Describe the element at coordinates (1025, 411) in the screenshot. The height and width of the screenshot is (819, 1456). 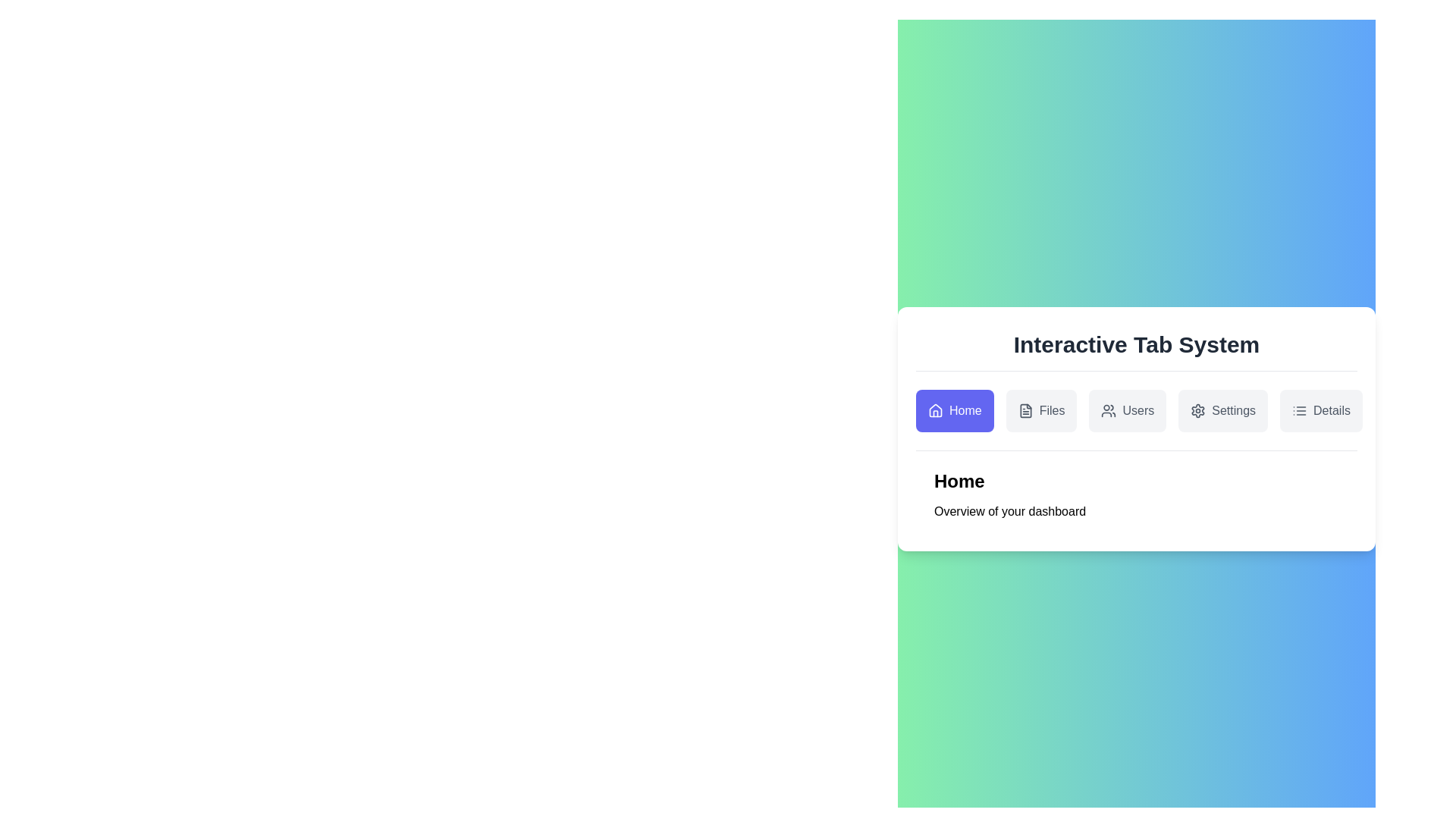
I see `the document icon with three stacked lines located inside the 'Files' button in the upper-central navigation bar` at that location.